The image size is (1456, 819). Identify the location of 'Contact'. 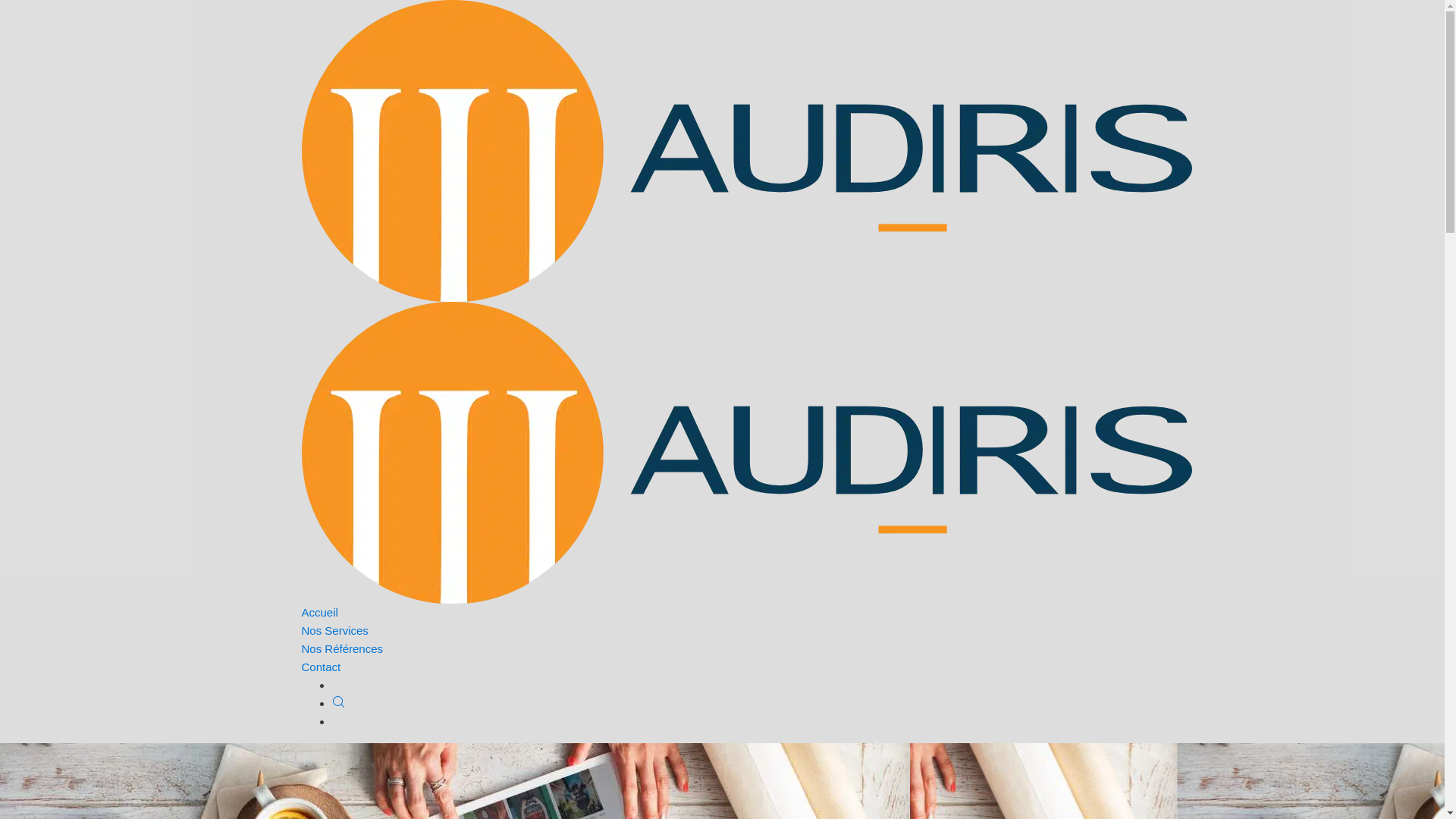
(320, 666).